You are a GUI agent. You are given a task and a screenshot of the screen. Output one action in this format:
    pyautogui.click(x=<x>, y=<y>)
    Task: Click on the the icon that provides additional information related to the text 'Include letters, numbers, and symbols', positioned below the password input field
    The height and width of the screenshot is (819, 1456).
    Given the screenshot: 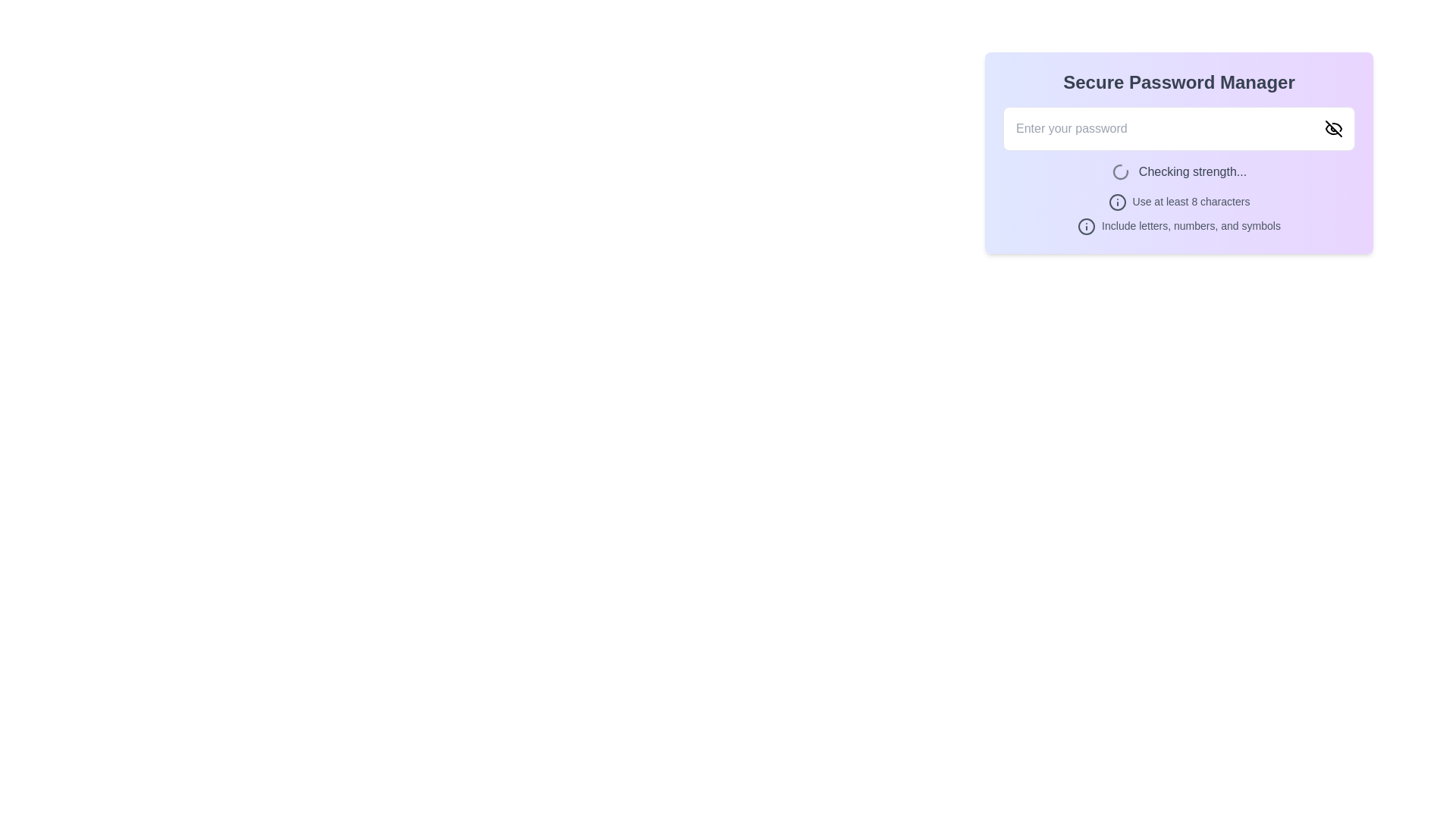 What is the action you would take?
    pyautogui.click(x=1086, y=227)
    